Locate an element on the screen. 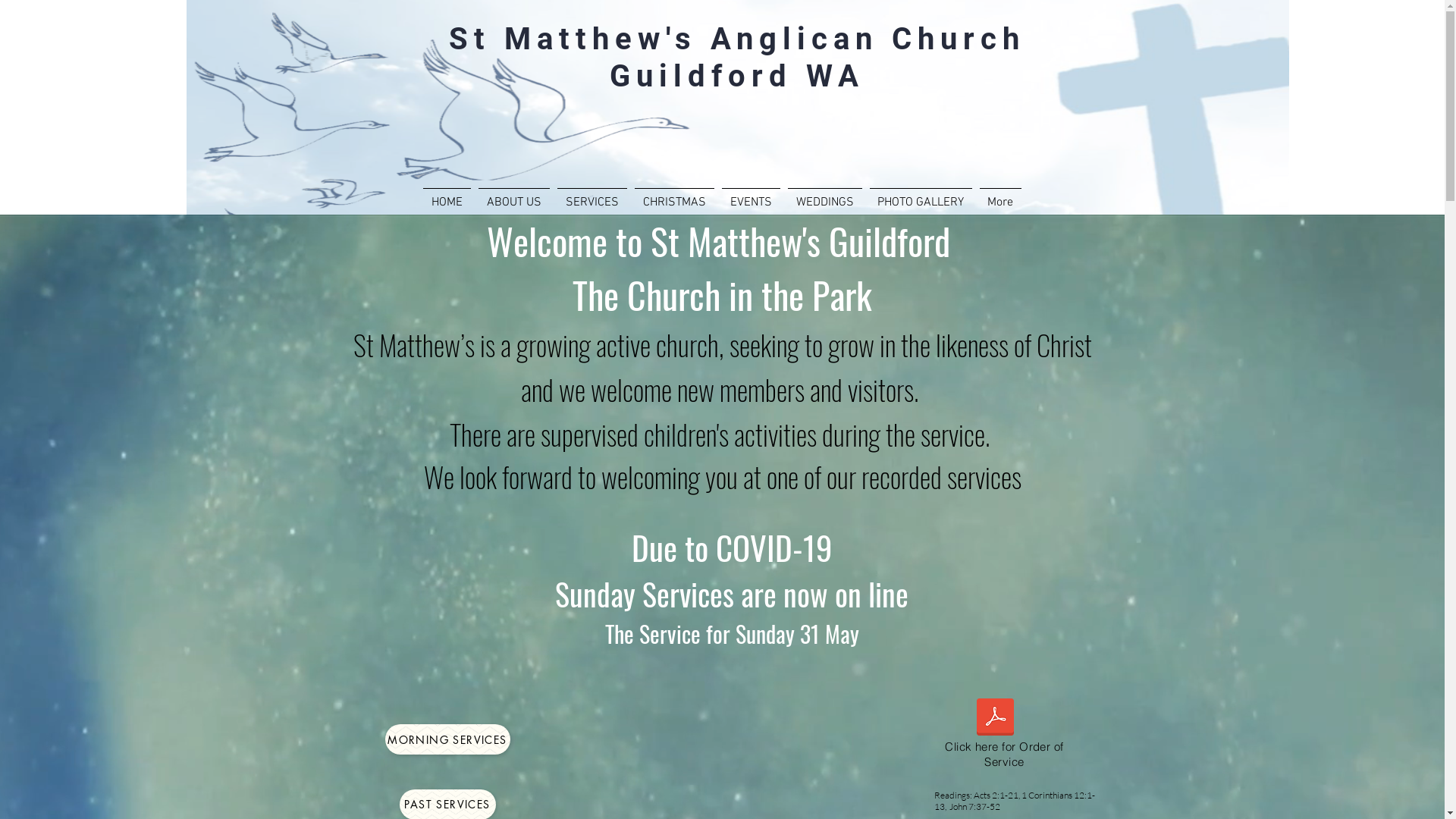  'SERVICES' is located at coordinates (591, 195).